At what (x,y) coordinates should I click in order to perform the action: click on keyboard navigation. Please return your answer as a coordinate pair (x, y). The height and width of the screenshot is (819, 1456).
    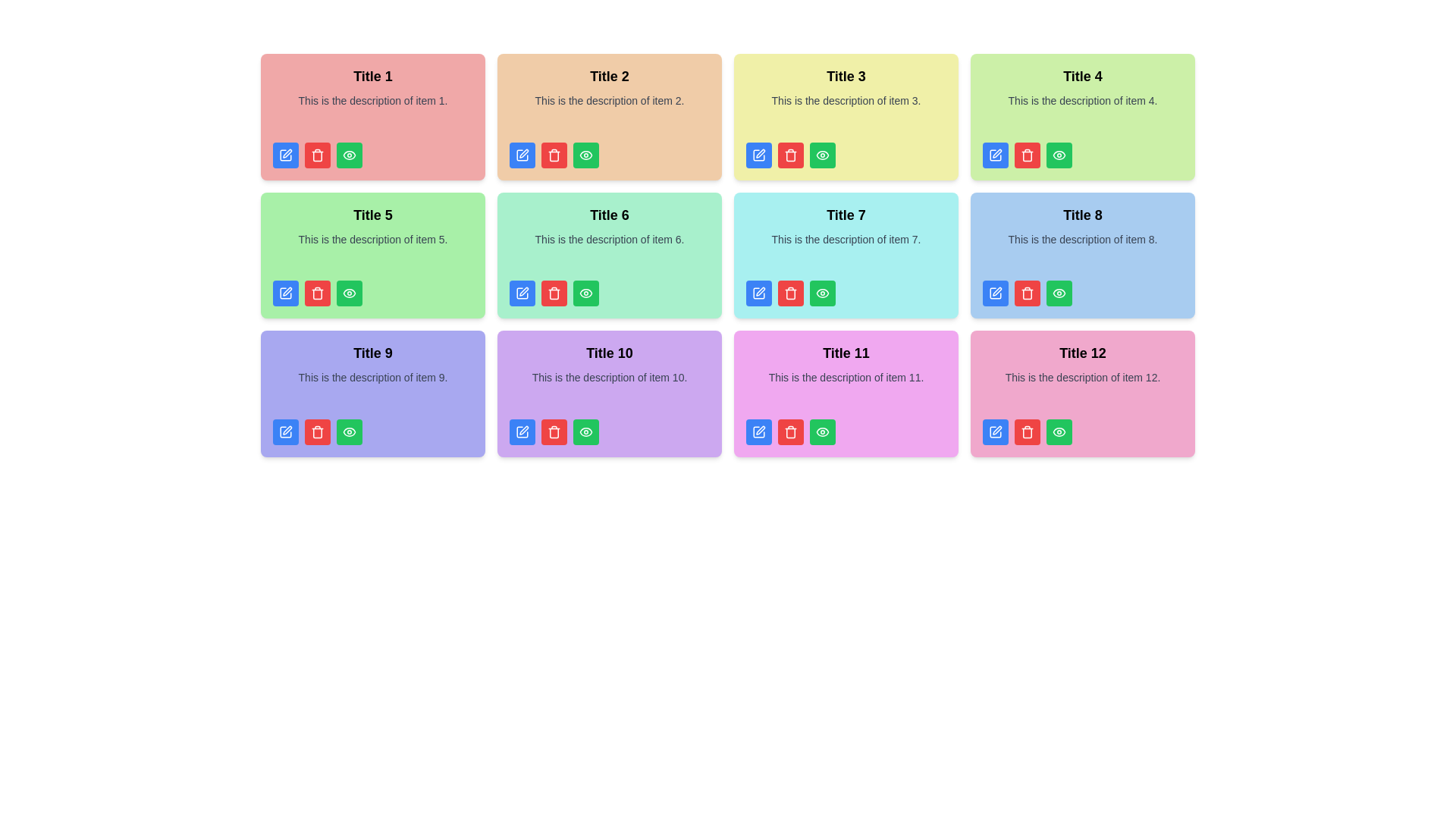
    Looking at the image, I should click on (287, 291).